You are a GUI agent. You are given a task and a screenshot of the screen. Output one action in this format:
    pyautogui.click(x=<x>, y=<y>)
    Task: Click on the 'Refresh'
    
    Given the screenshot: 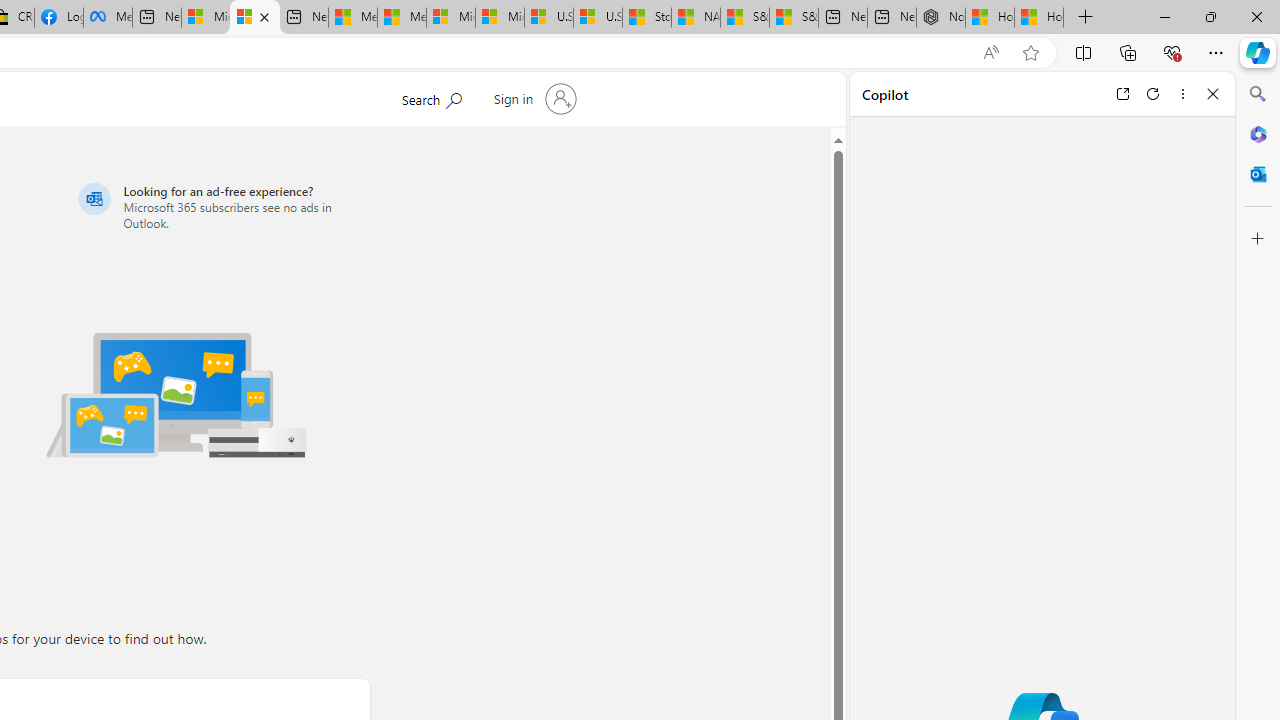 What is the action you would take?
    pyautogui.click(x=1153, y=93)
    